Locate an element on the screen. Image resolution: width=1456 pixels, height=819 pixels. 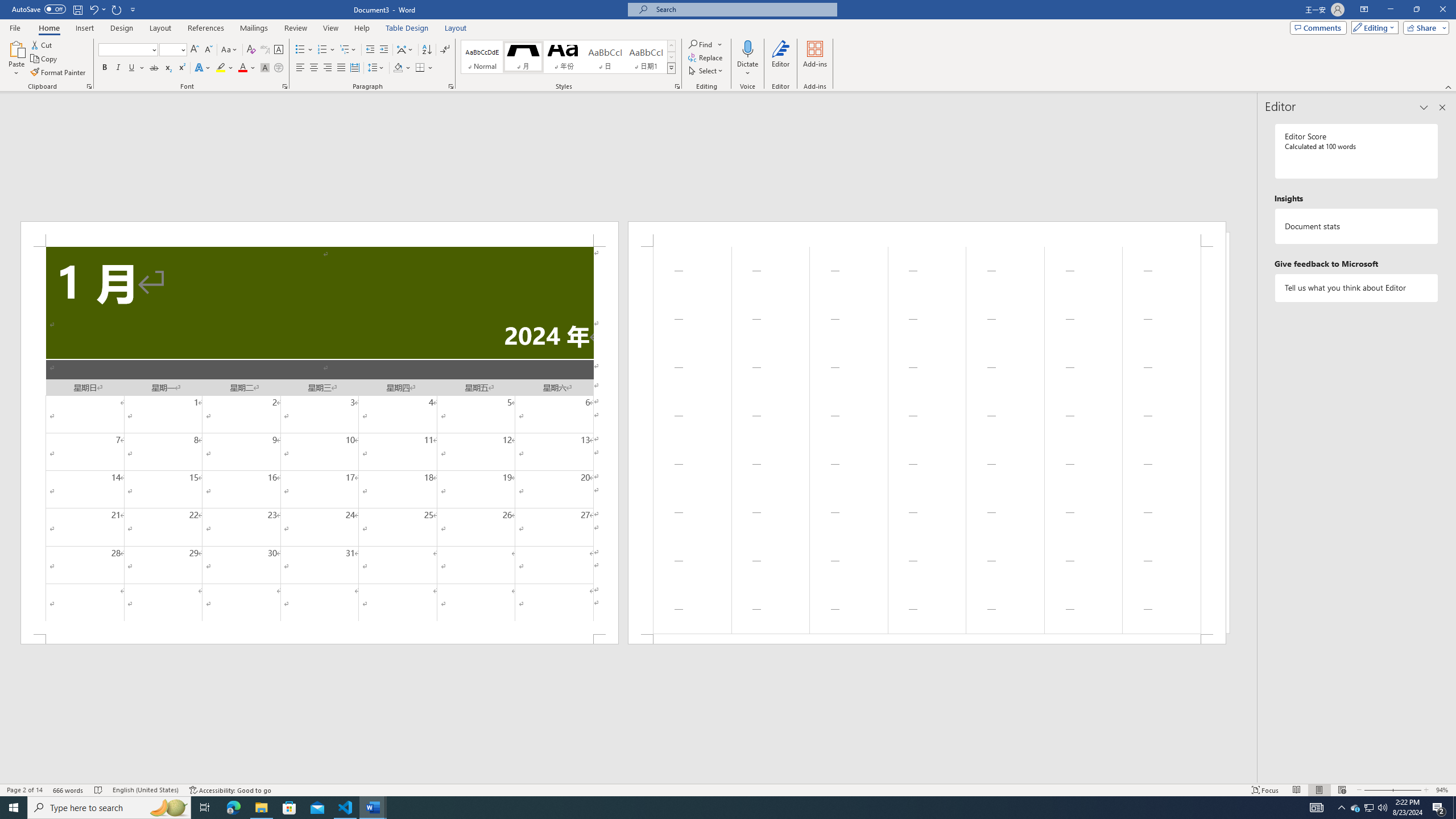
'Page Number Page 2 of 14' is located at coordinates (24, 790).